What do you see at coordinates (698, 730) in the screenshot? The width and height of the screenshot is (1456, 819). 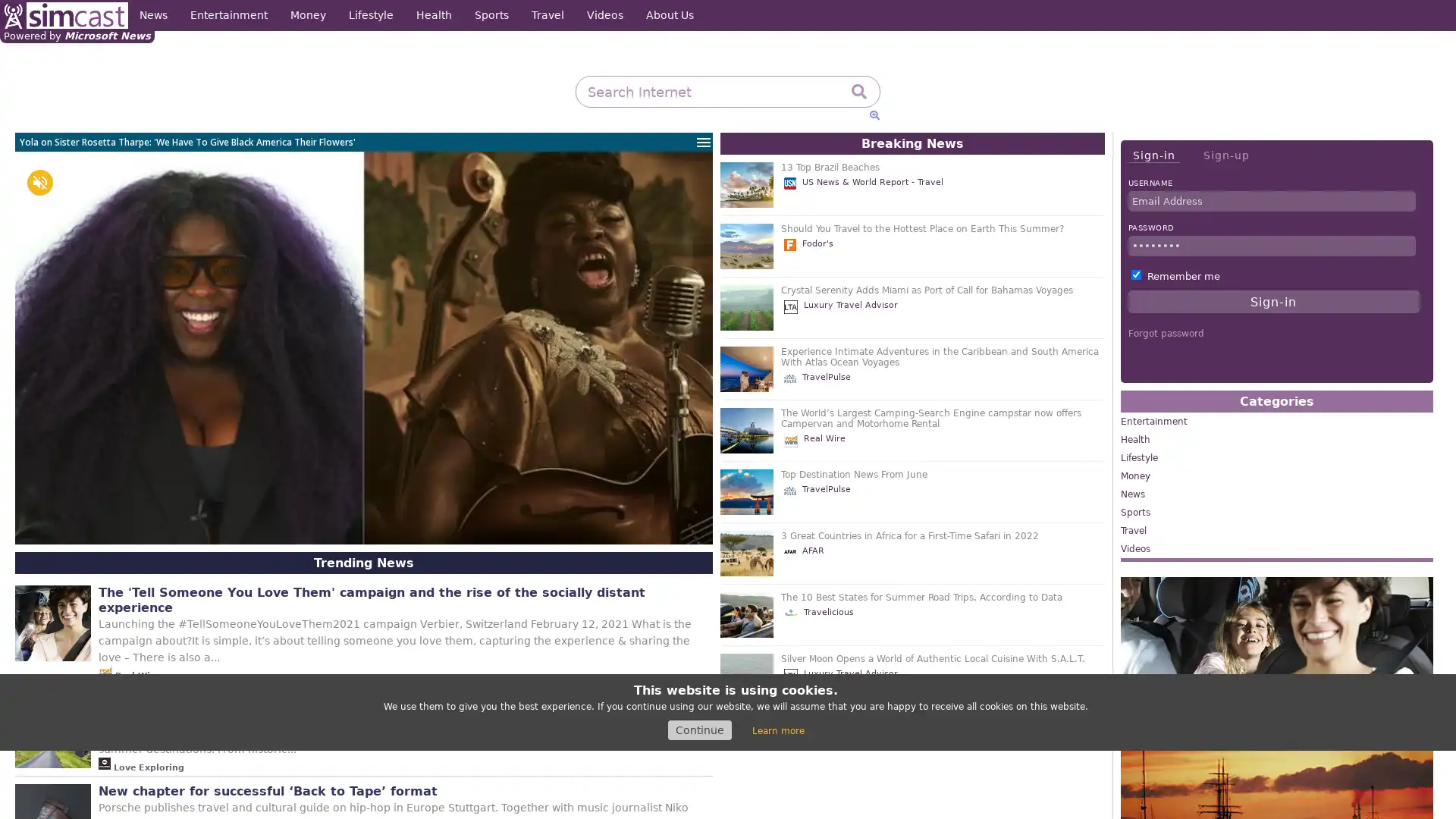 I see `Continue` at bounding box center [698, 730].